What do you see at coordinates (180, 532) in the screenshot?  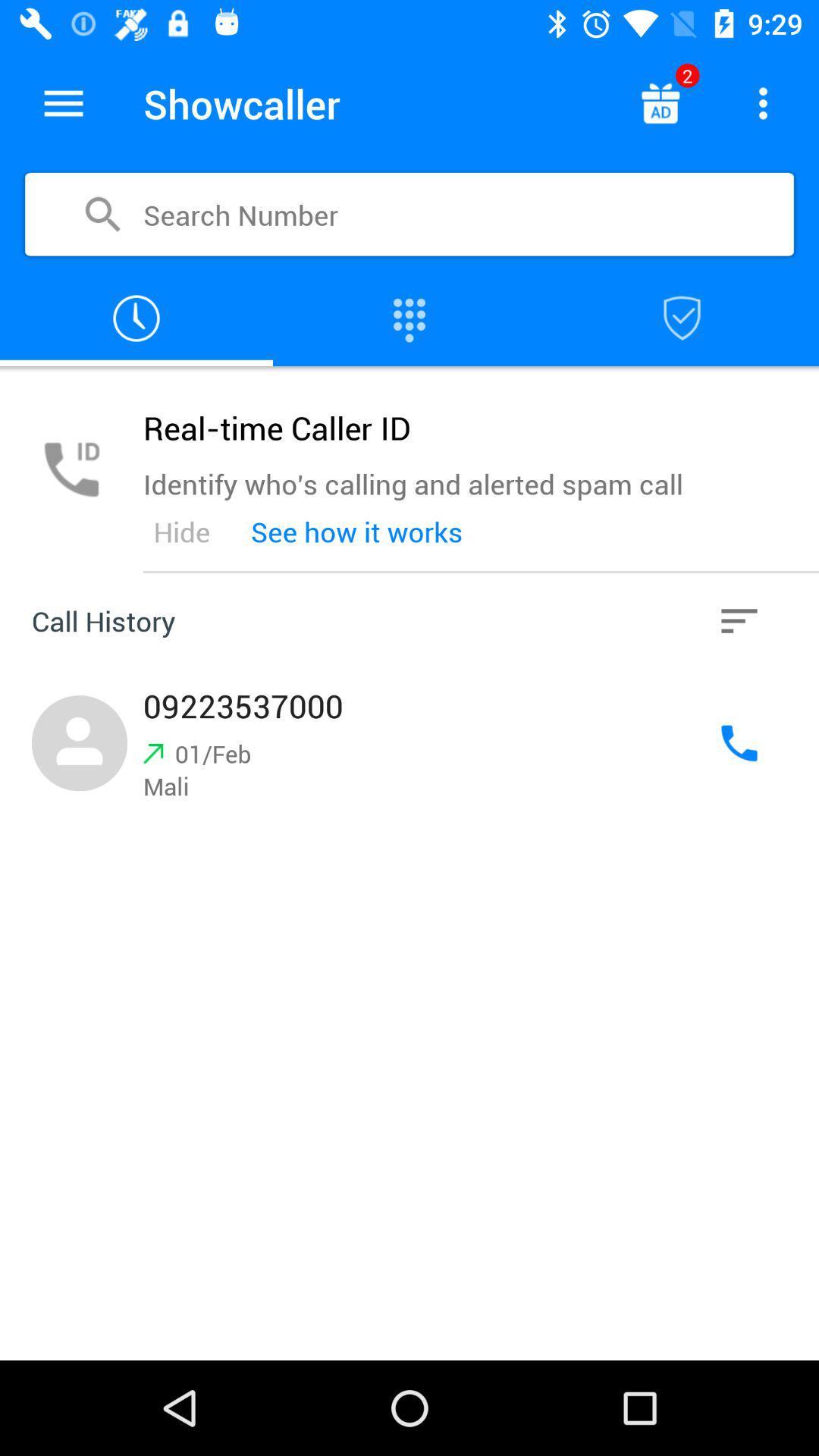 I see `hide item` at bounding box center [180, 532].